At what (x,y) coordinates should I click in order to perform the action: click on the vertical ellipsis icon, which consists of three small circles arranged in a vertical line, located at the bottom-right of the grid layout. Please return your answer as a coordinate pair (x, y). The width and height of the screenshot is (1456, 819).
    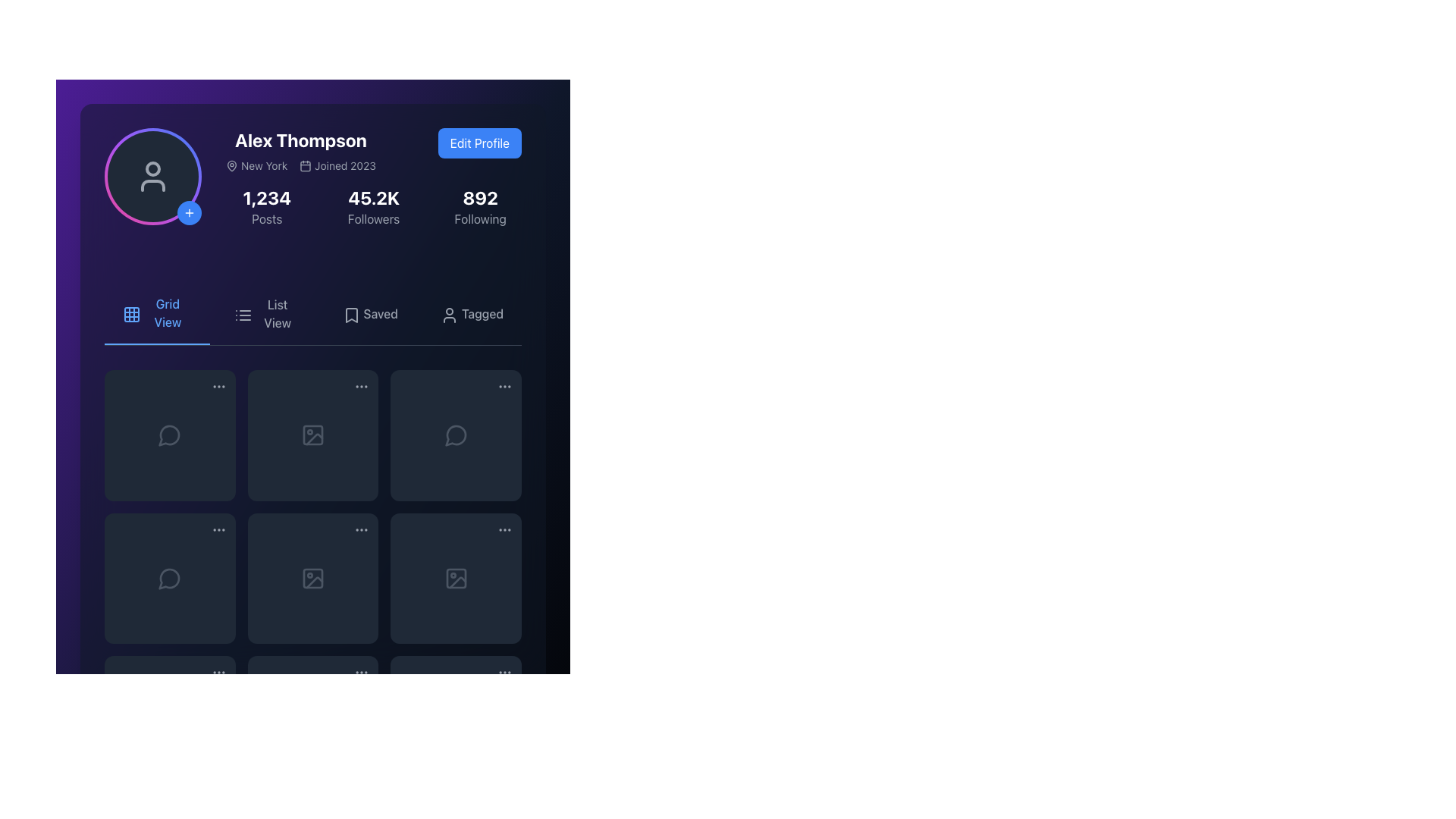
    Looking at the image, I should click on (505, 672).